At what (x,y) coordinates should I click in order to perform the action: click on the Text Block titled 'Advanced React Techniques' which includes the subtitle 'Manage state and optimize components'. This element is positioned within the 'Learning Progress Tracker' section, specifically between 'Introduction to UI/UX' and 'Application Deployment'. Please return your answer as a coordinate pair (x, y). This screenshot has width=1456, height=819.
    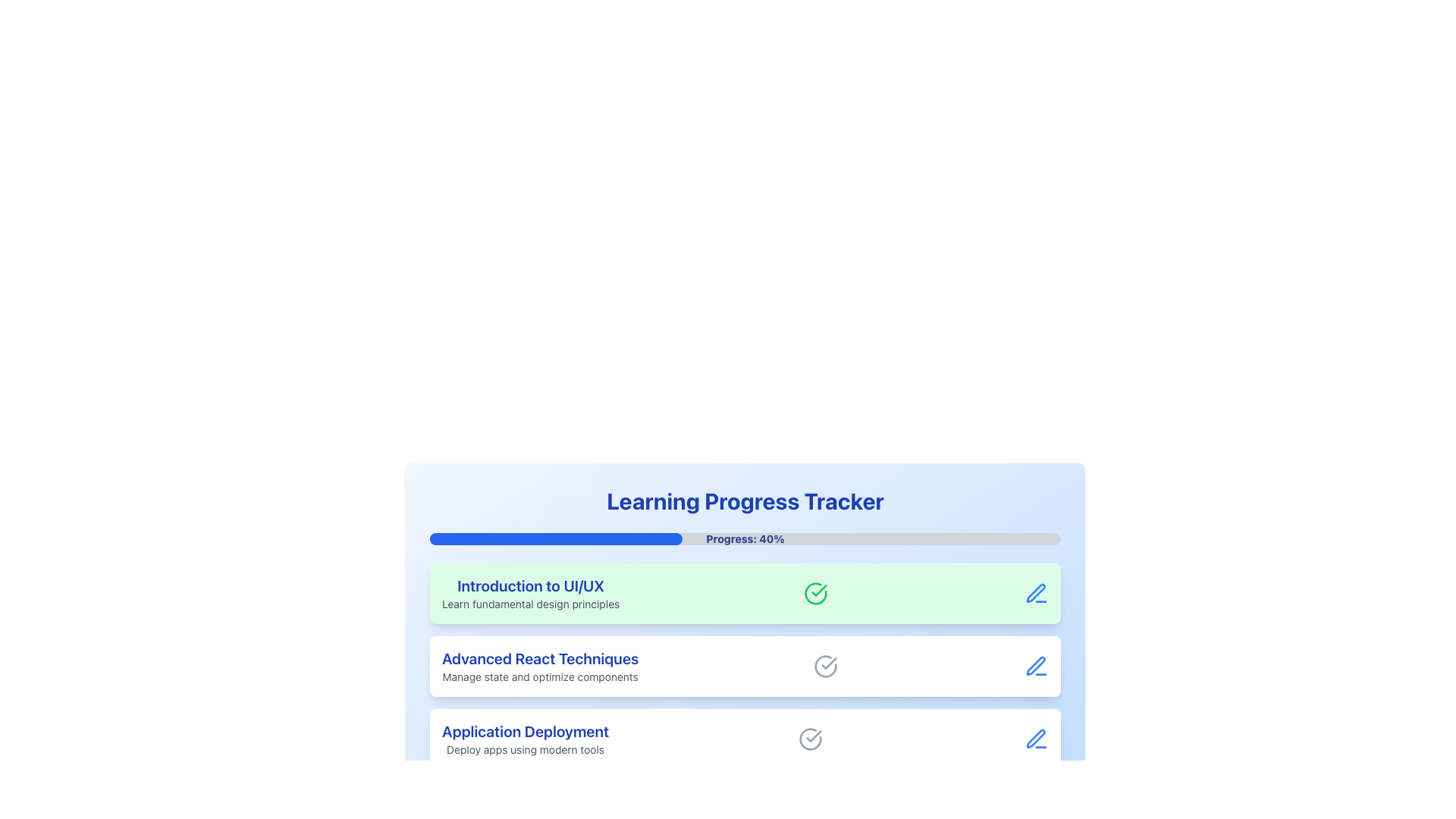
    Looking at the image, I should click on (540, 666).